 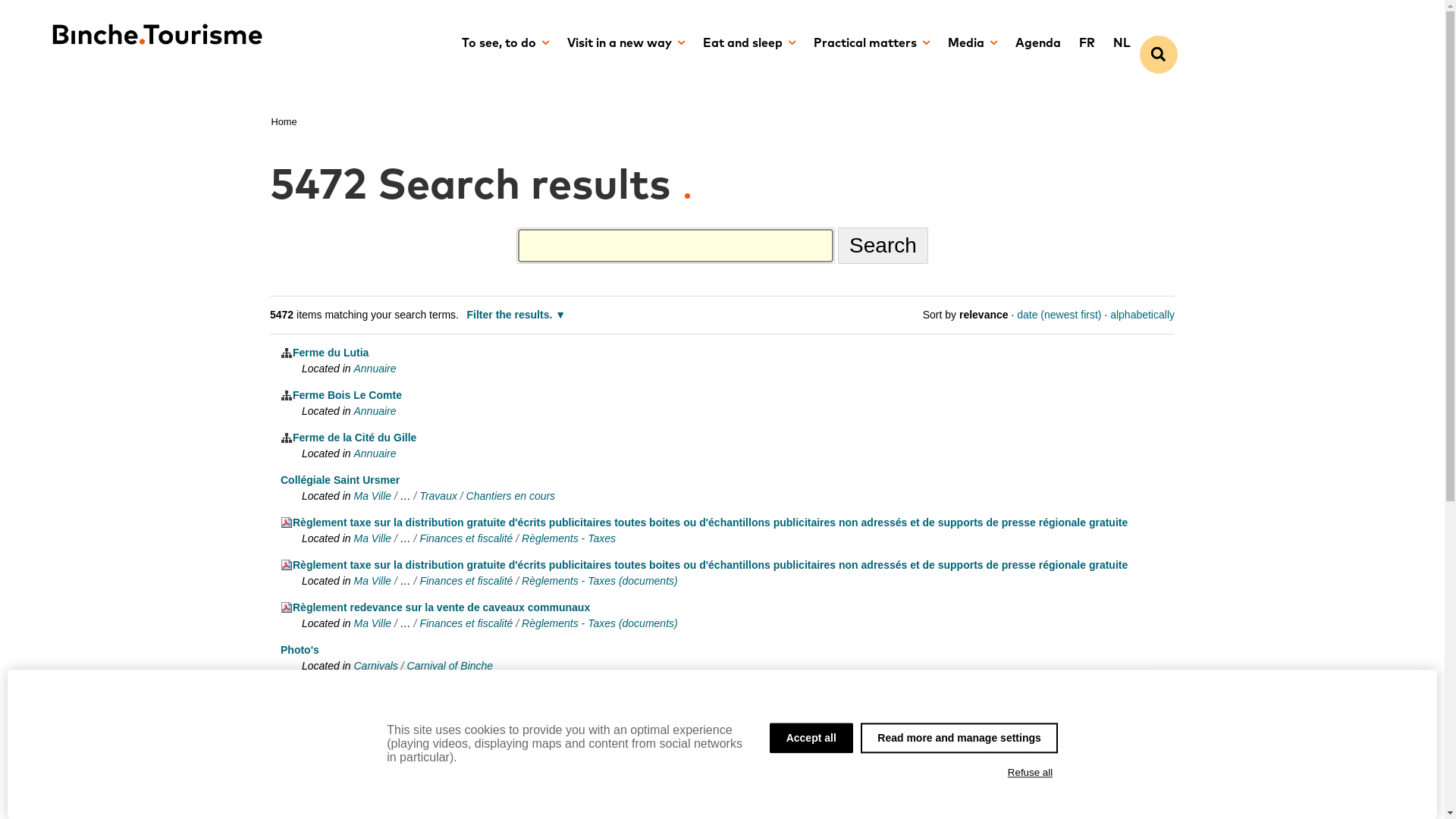 I want to click on 'Refuse all', so click(x=1030, y=772).